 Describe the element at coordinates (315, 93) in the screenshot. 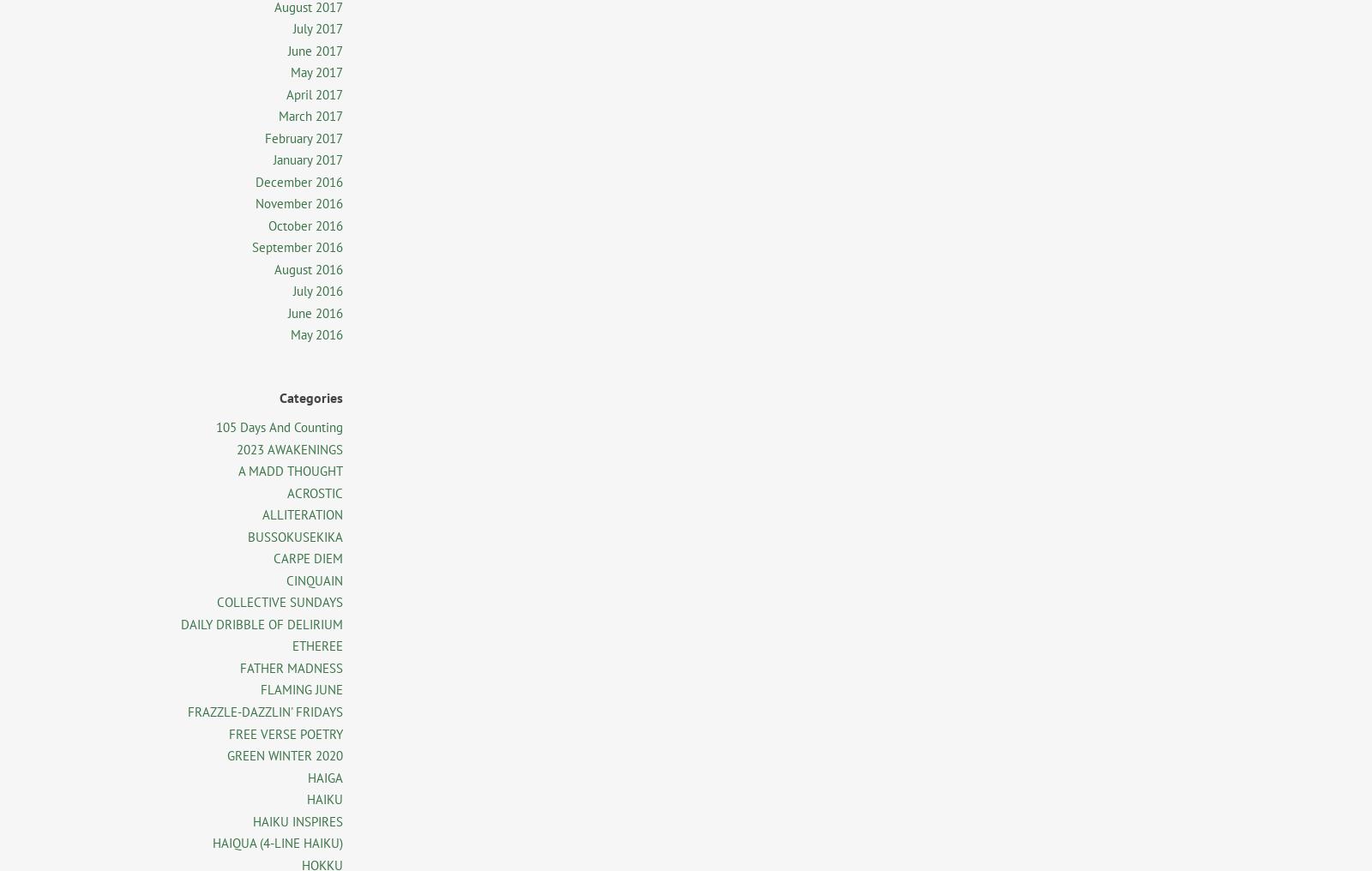

I see `'April 2017'` at that location.